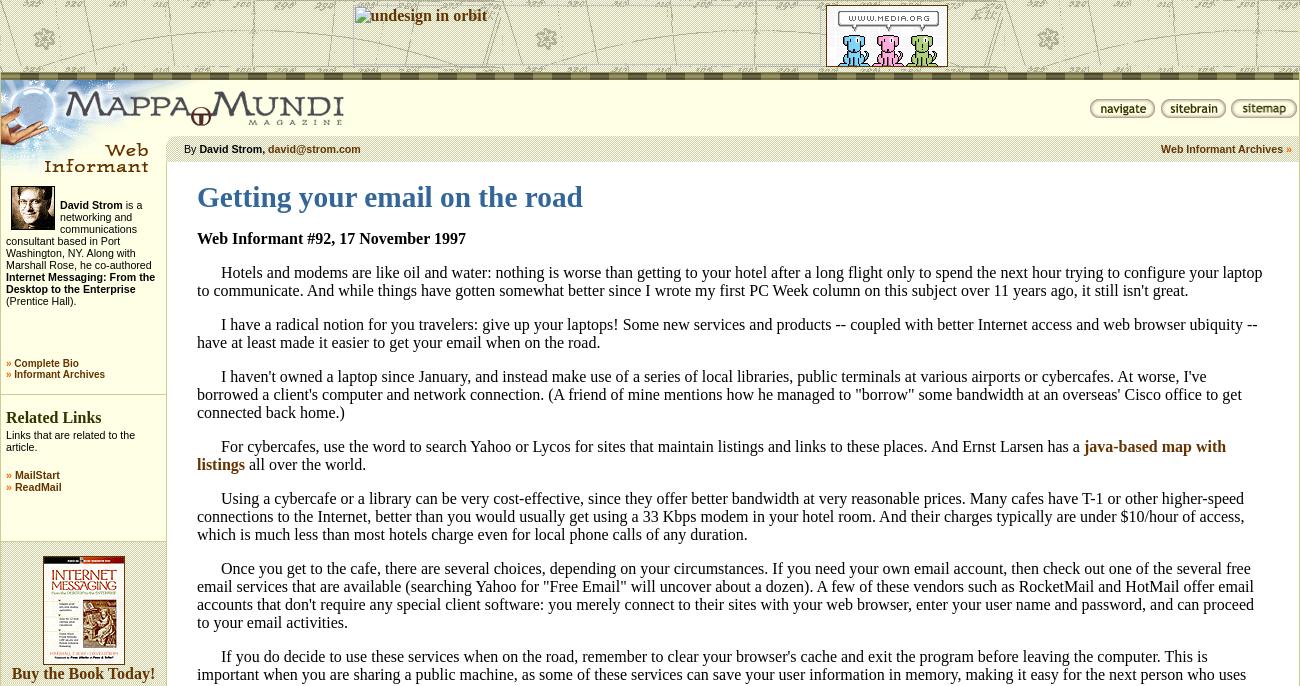  I want to click on 'Internet Messaging: From the Desktop to the Enterprise', so click(80, 282).